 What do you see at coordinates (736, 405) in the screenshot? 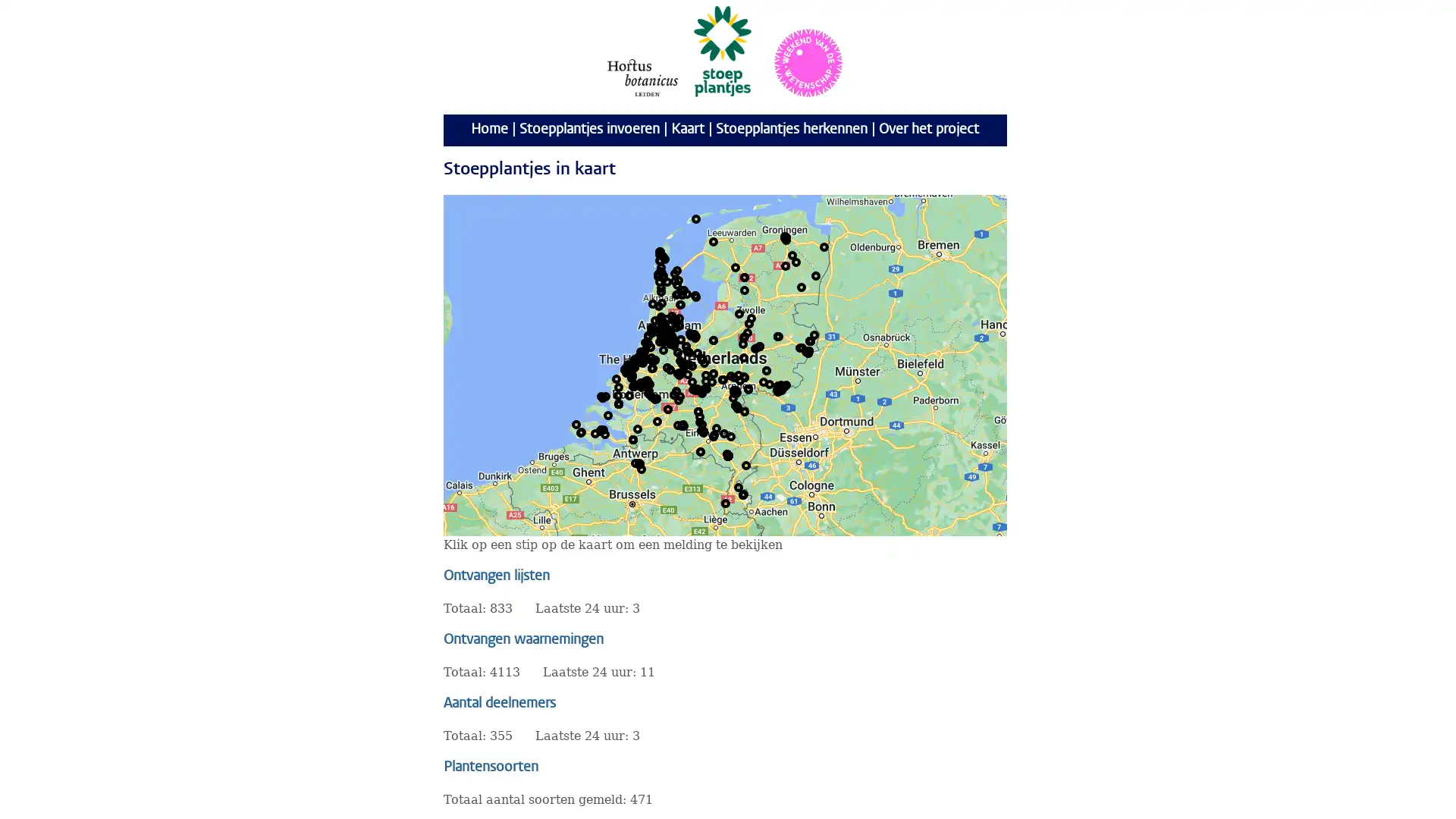
I see `Telling van op 11 maart 2022` at bounding box center [736, 405].